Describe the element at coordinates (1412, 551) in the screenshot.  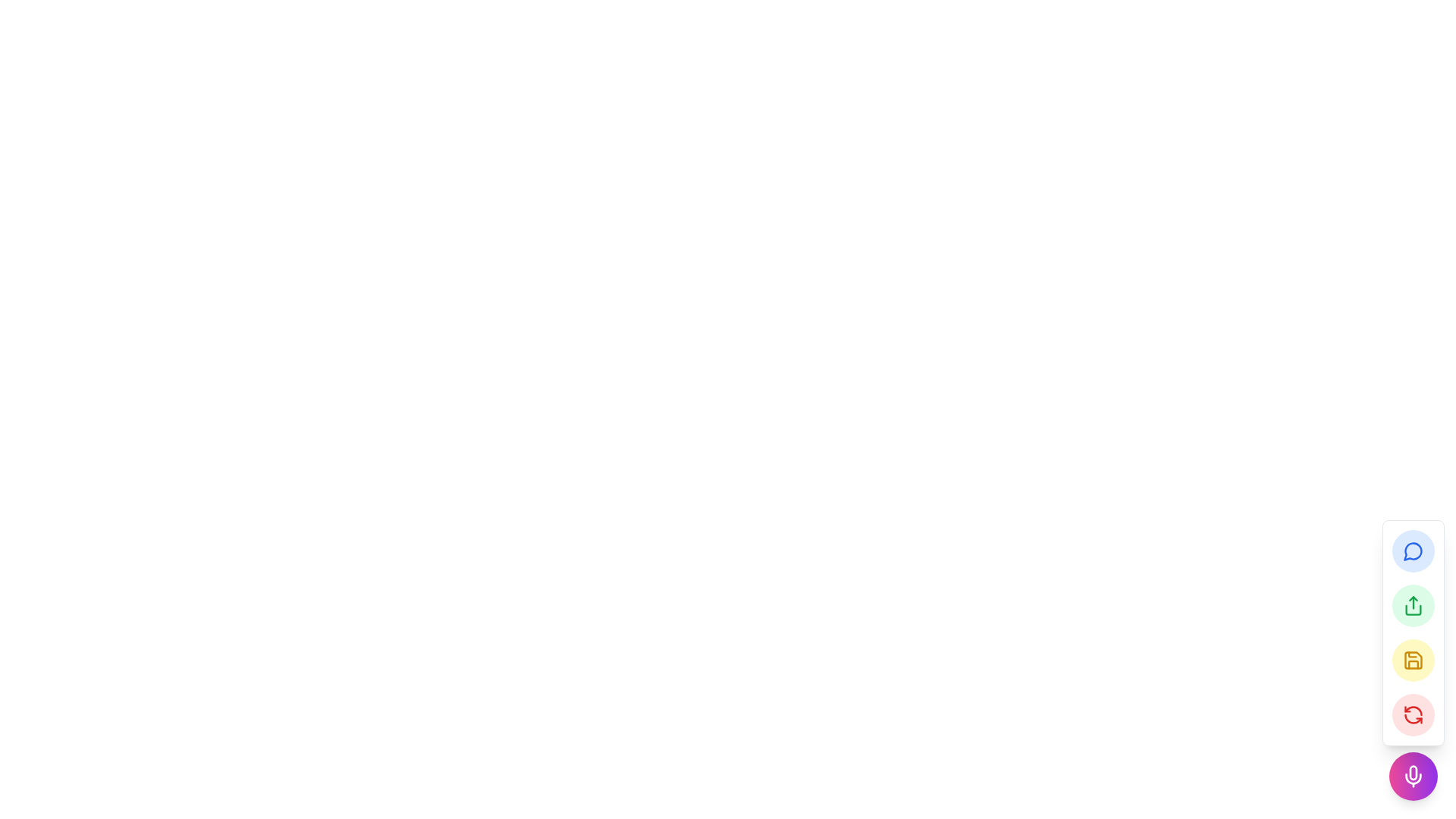
I see `the topmost circular icon button with a speech bubble outline in blue, located in the vertical menu bar on the right side` at that location.